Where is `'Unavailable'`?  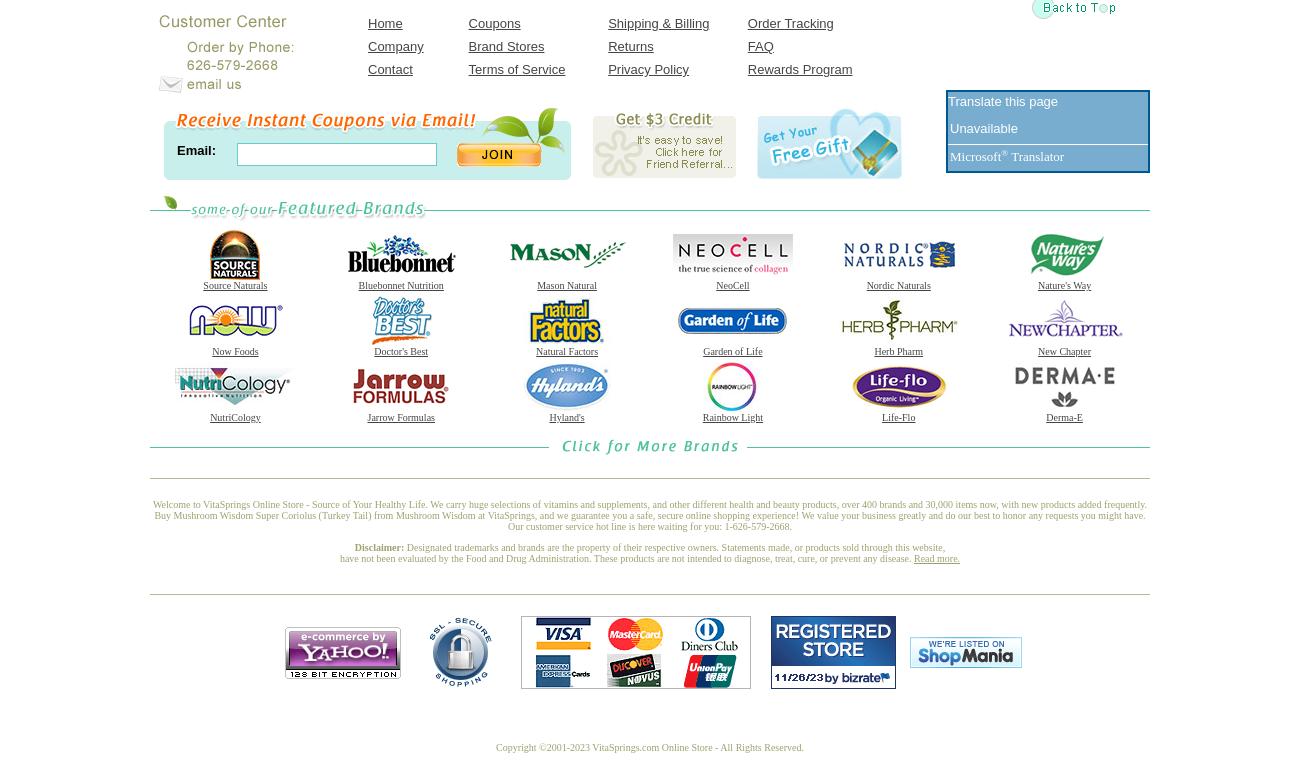
'Unavailable' is located at coordinates (982, 128).